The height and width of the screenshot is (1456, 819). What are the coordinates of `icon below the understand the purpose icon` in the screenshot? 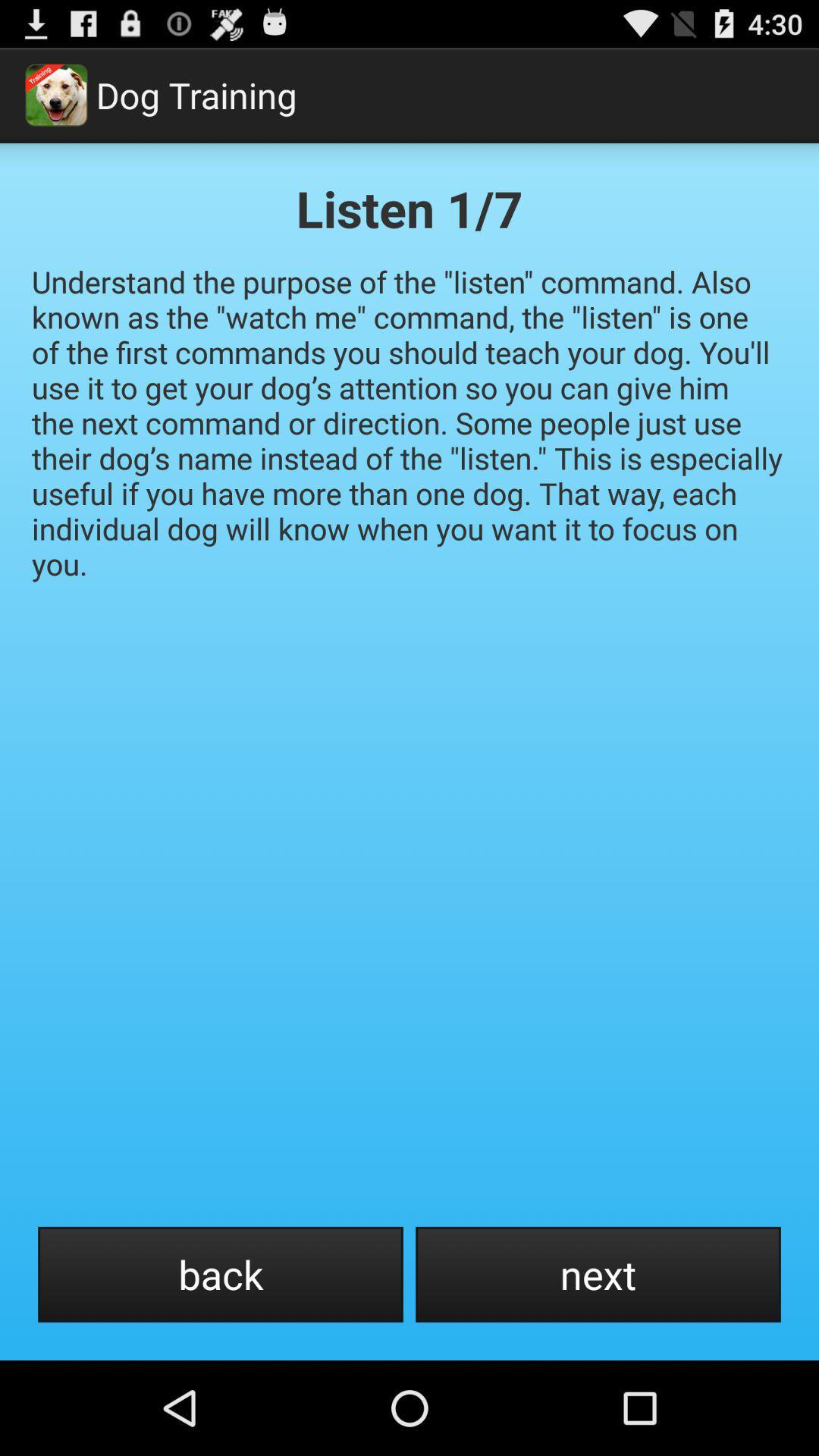 It's located at (220, 1274).